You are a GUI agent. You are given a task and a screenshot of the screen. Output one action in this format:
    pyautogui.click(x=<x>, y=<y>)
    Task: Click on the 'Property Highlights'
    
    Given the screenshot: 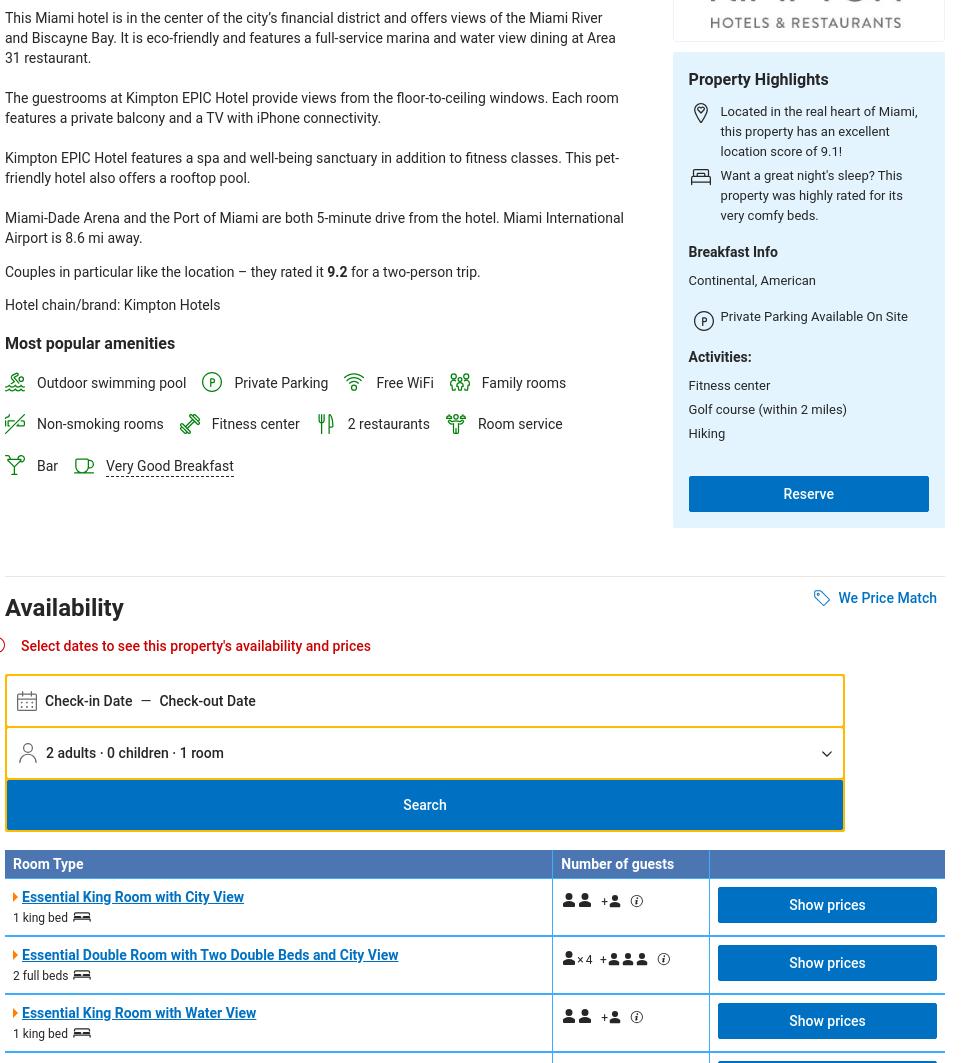 What is the action you would take?
    pyautogui.click(x=757, y=78)
    